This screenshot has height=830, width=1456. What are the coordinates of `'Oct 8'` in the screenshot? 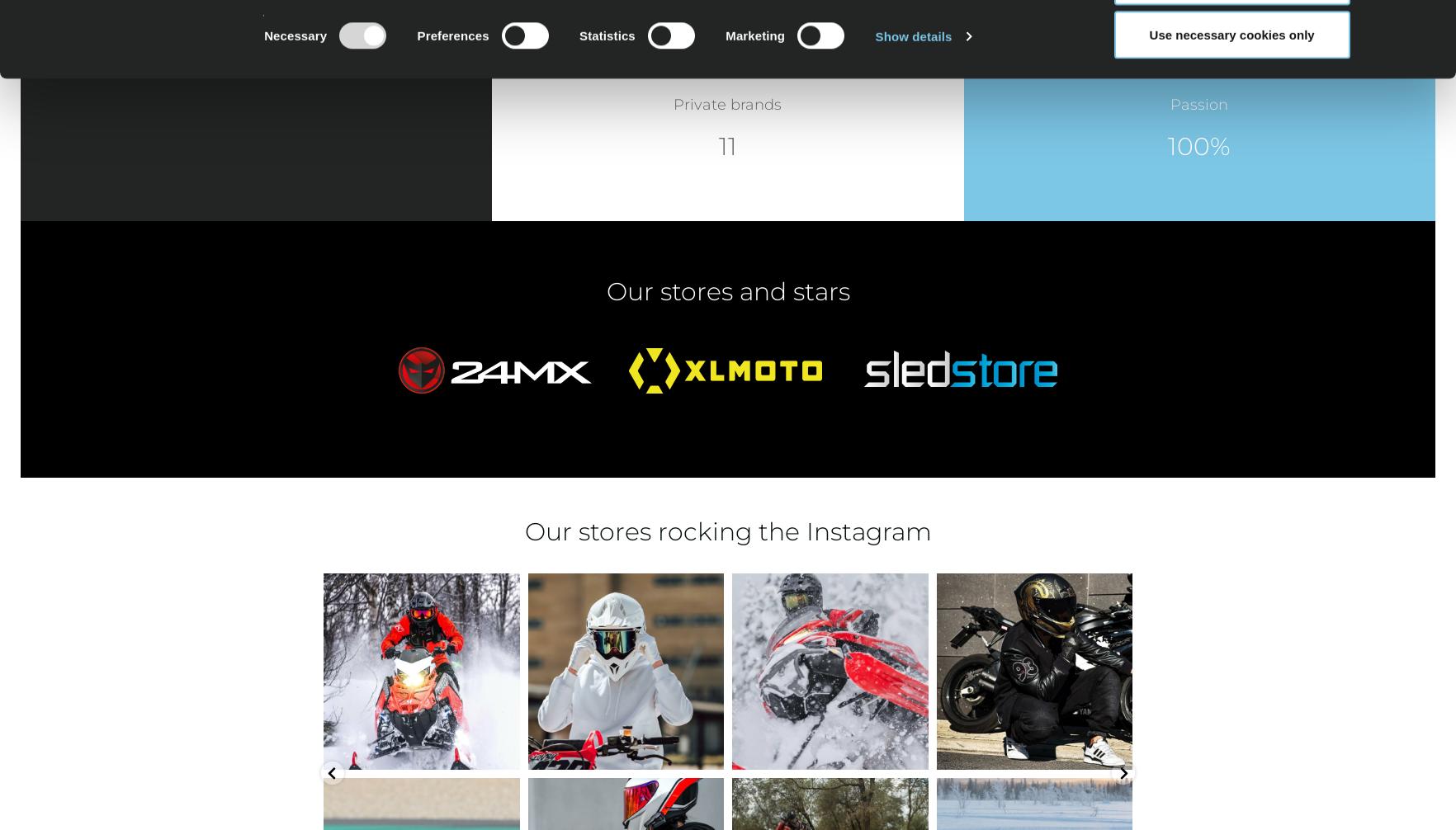 It's located at (1038, 750).